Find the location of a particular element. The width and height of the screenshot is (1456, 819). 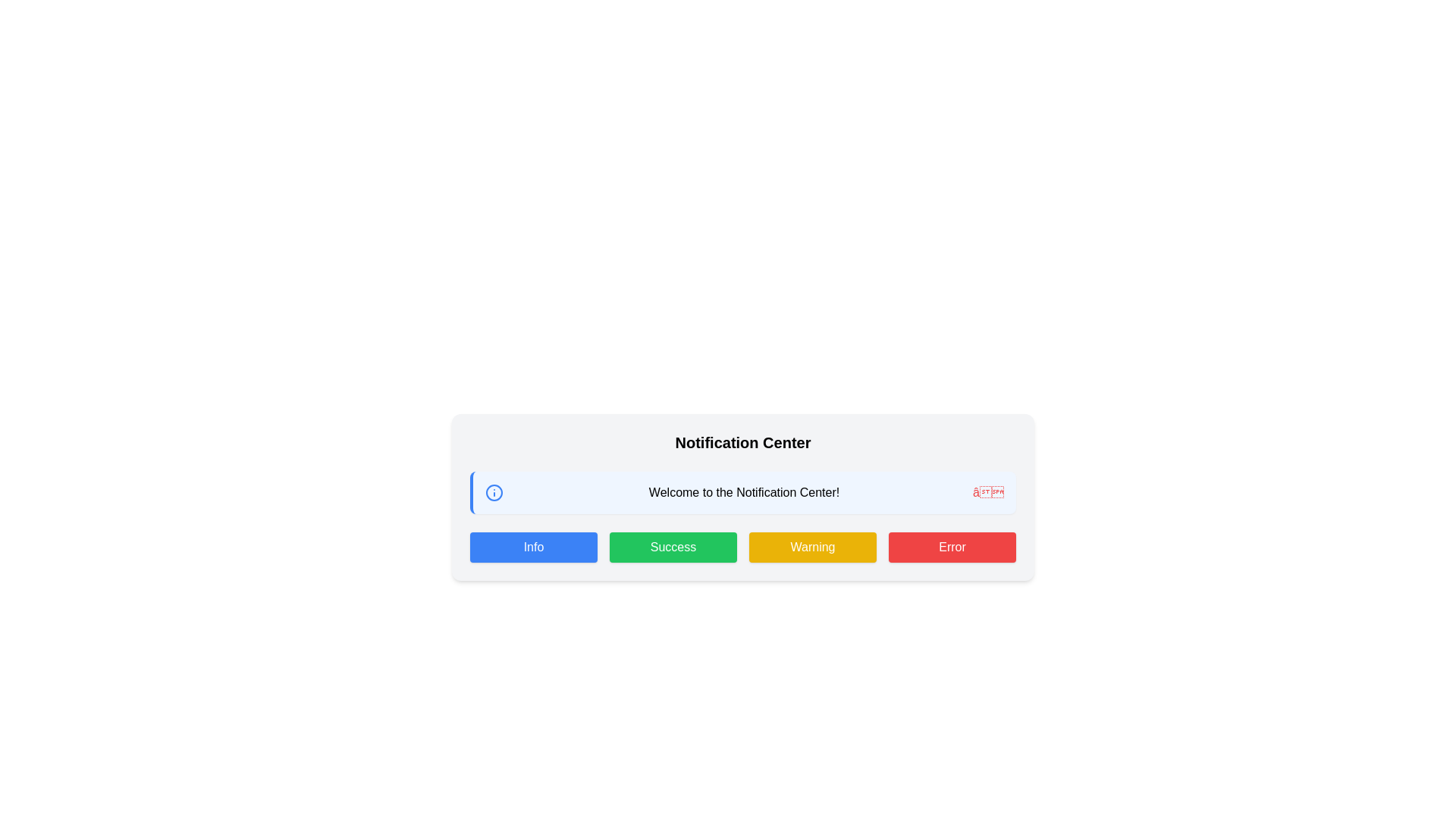

the confirmation button located between the 'Info' button and the 'Warning' button in the notification panel is located at coordinates (673, 547).